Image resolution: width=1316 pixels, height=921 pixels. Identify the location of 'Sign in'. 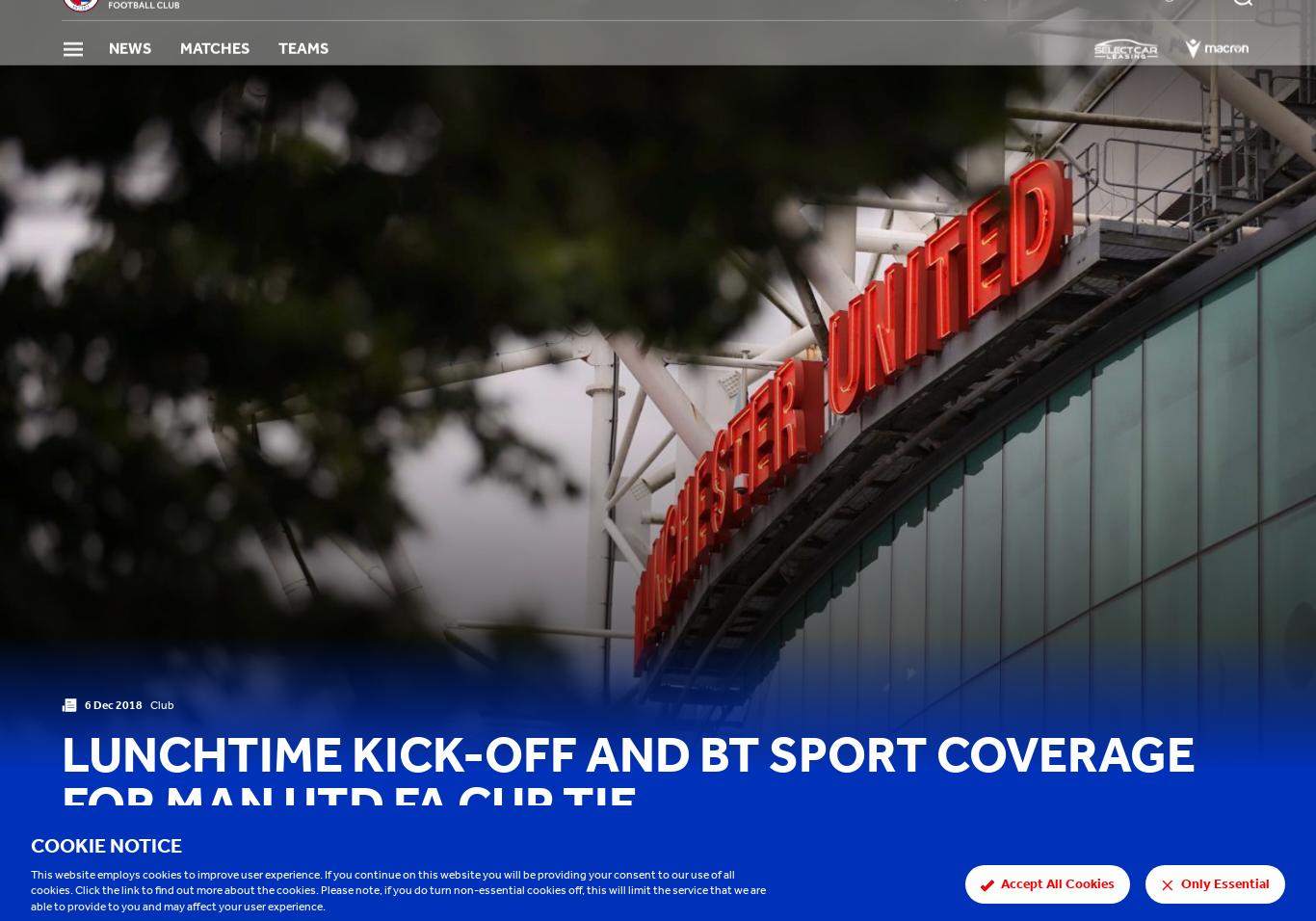
(1201, 24).